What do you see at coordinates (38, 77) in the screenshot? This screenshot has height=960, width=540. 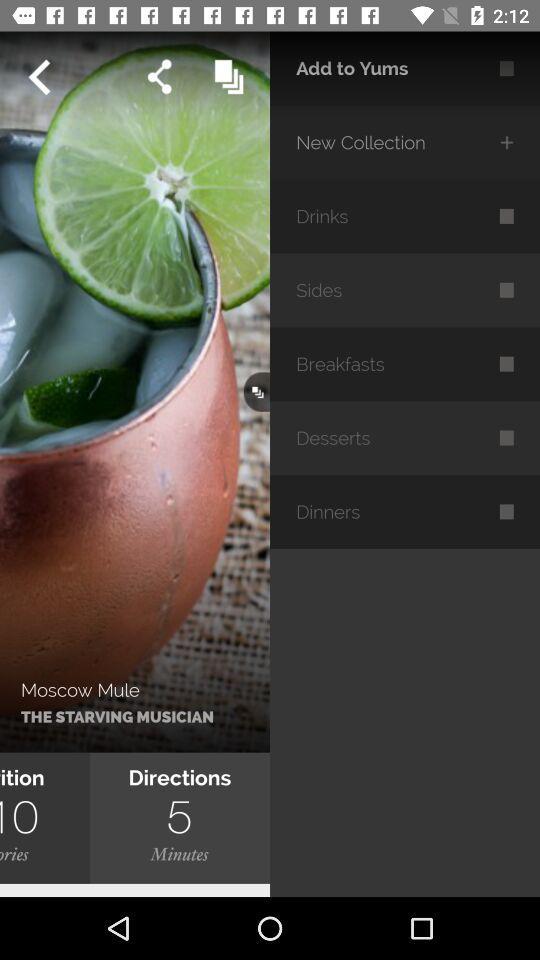 I see `go back` at bounding box center [38, 77].